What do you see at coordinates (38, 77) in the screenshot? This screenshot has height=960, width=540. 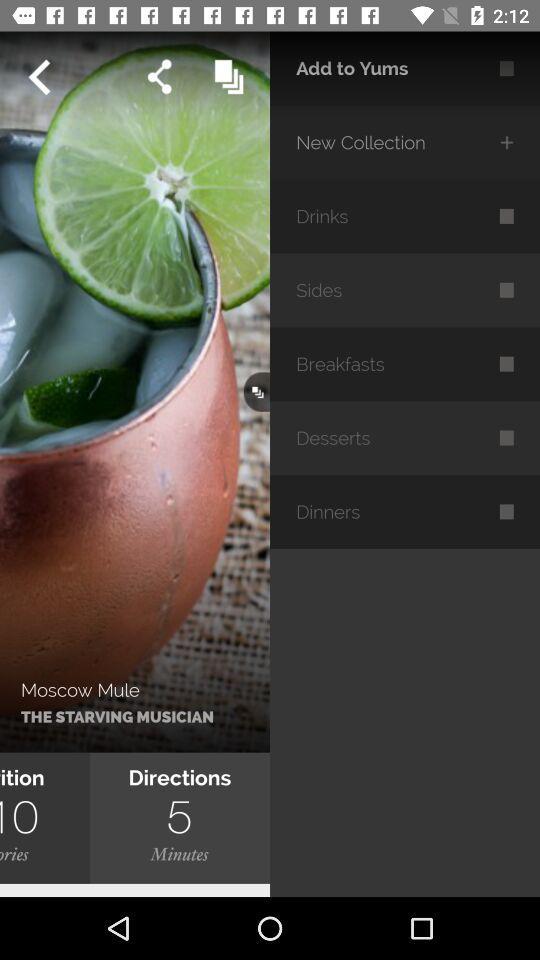 I see `go back` at bounding box center [38, 77].